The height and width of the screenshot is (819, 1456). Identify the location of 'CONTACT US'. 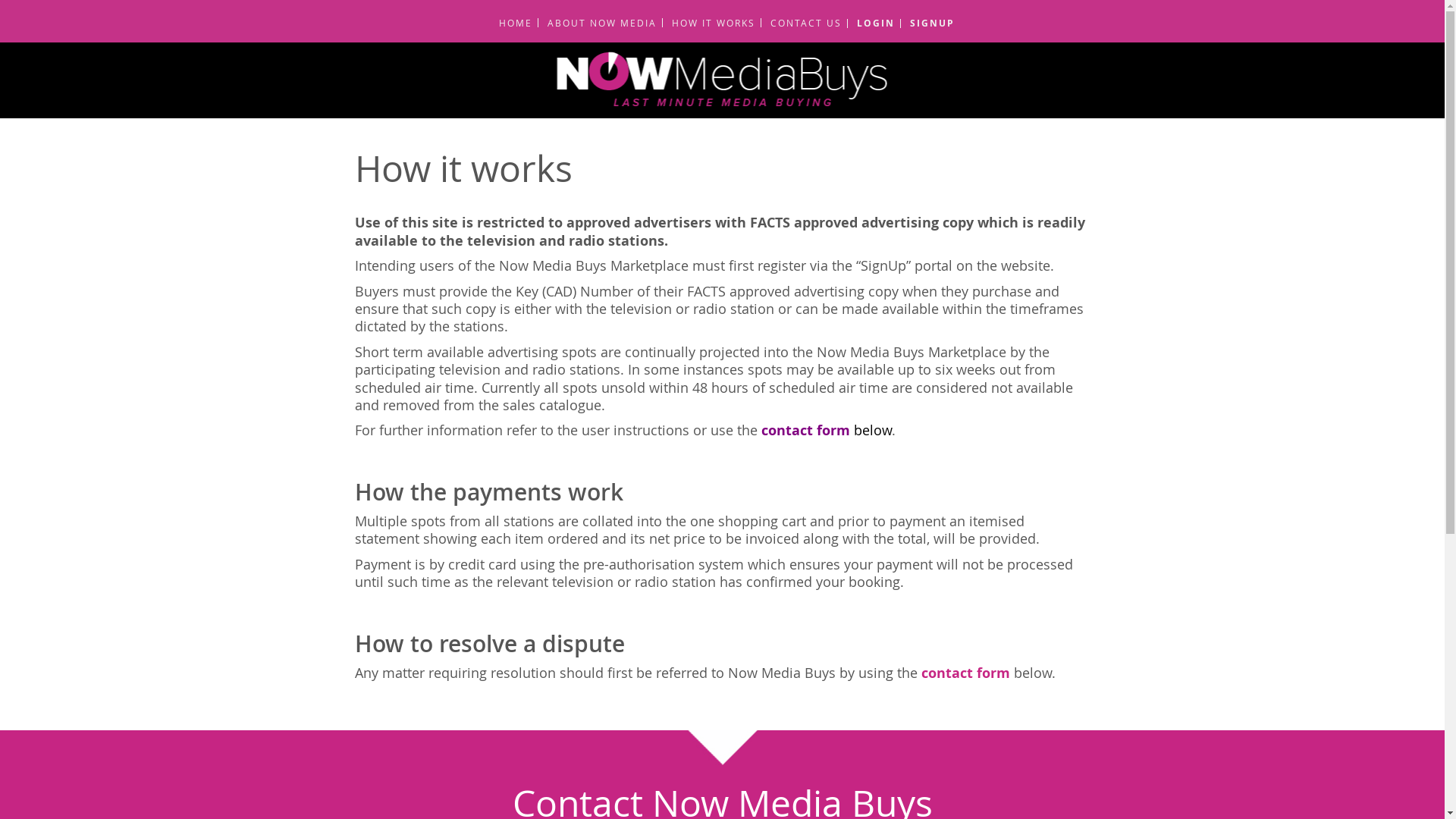
(800, 23).